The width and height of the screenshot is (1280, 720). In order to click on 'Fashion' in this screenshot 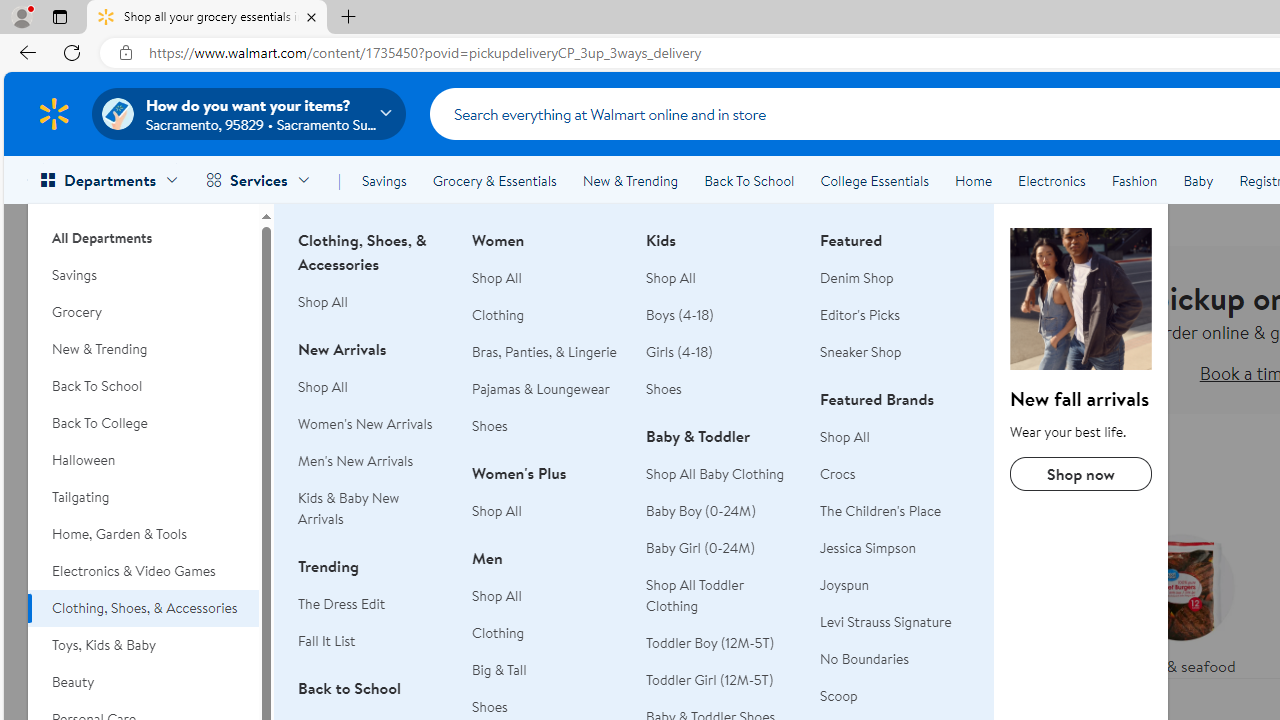, I will do `click(1134, 181)`.